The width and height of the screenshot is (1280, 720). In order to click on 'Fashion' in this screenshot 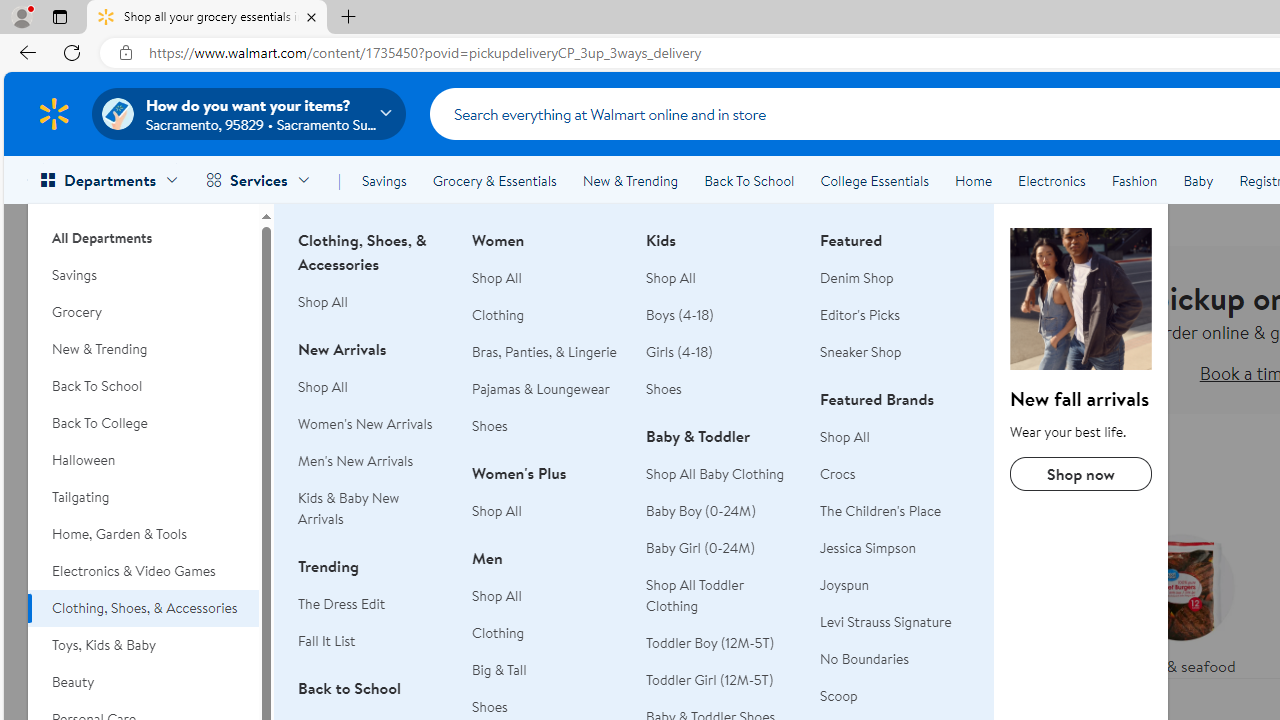, I will do `click(1134, 181)`.